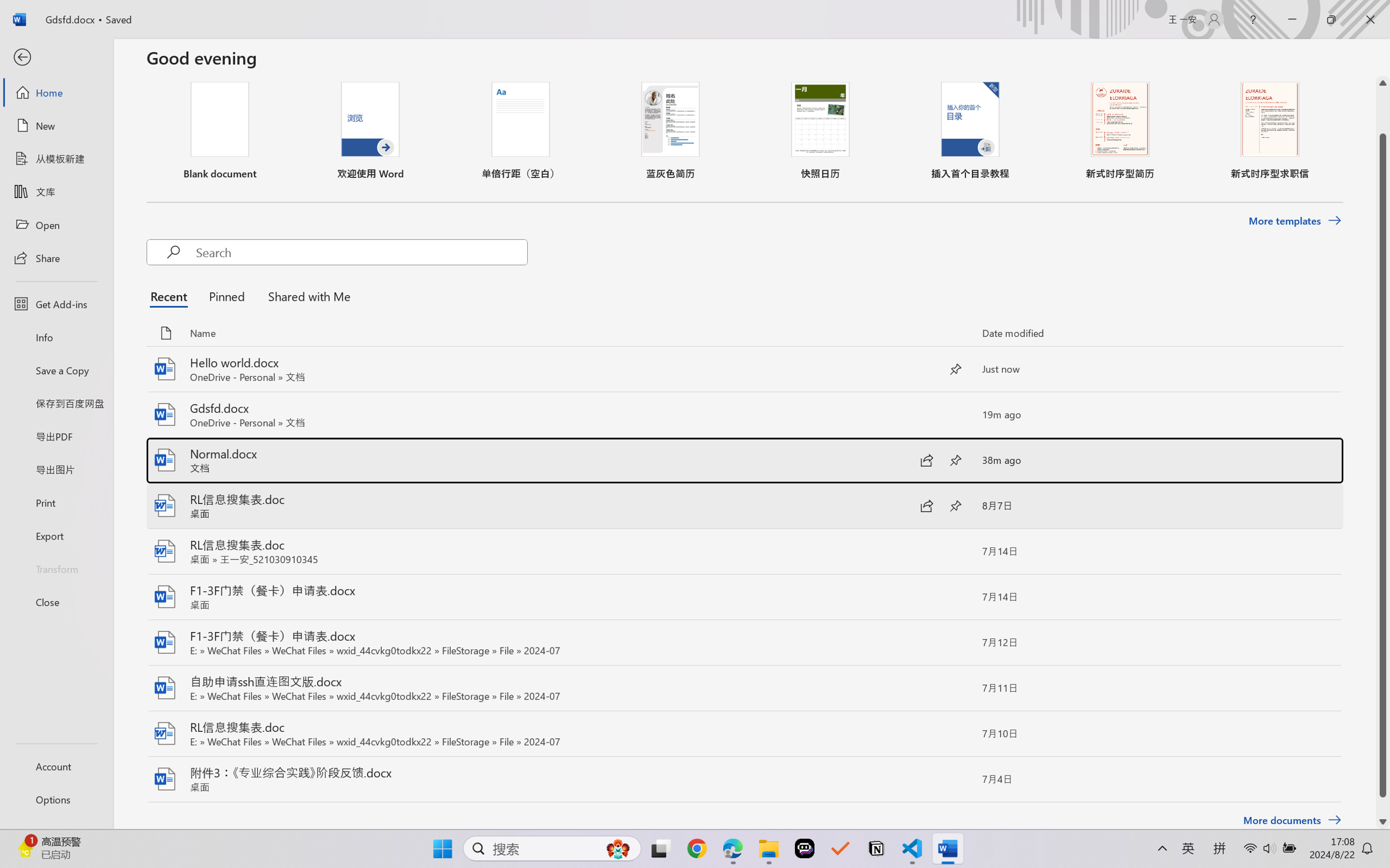  I want to click on 'Pinned', so click(226, 296).